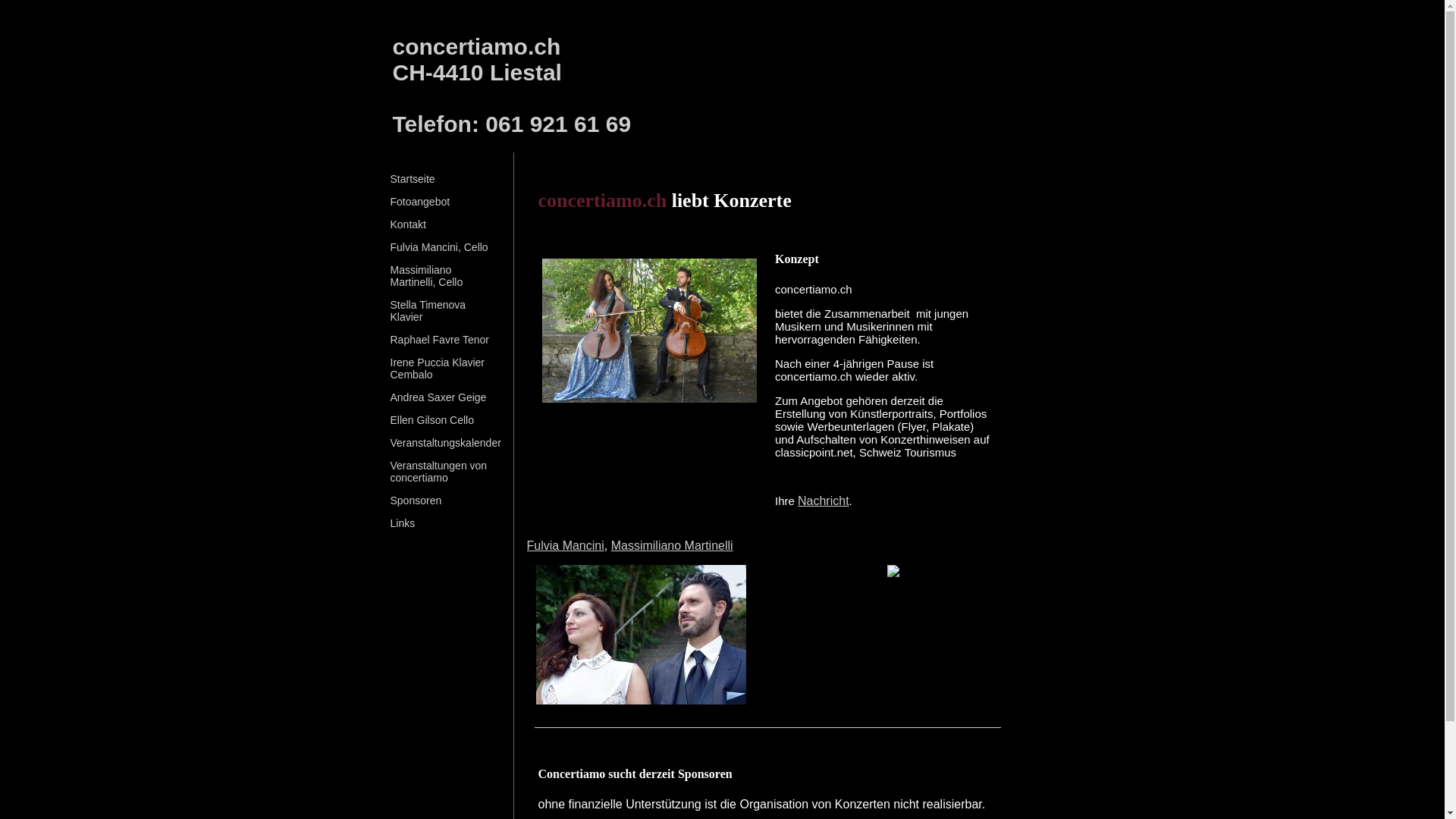  What do you see at coordinates (563, 544) in the screenshot?
I see `'Fulvia Mancini'` at bounding box center [563, 544].